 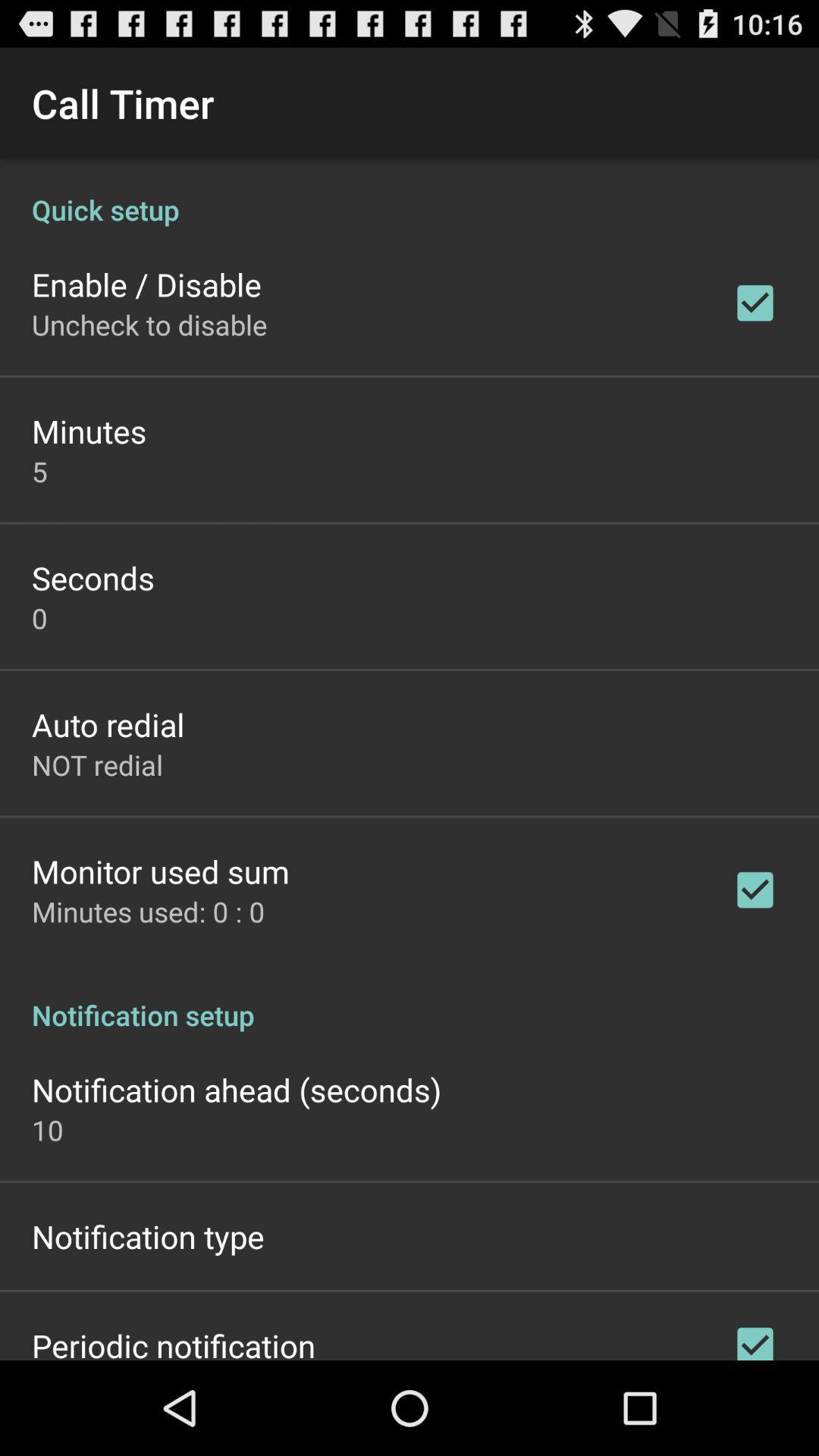 I want to click on the tick mark which is right to the enabledisable, so click(x=755, y=303).